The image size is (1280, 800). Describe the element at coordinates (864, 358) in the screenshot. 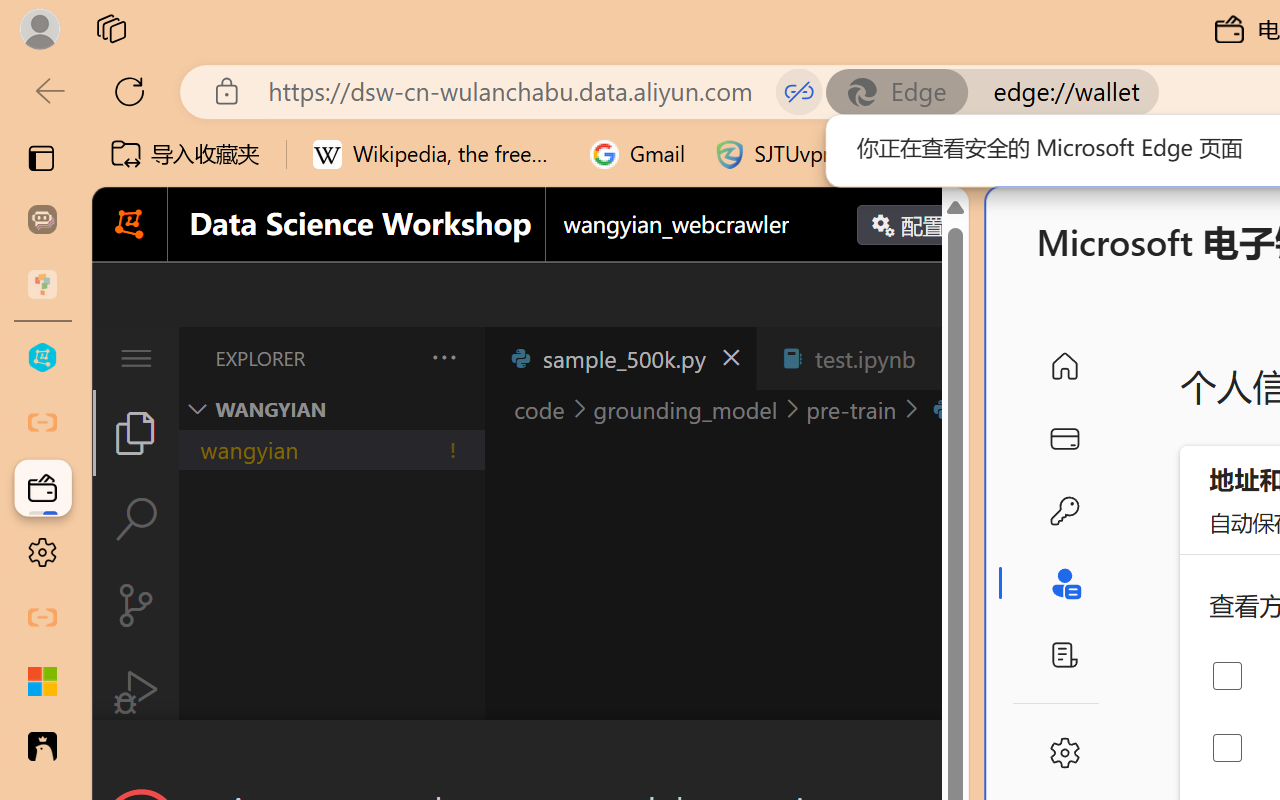

I see `'test.ipynb'` at that location.